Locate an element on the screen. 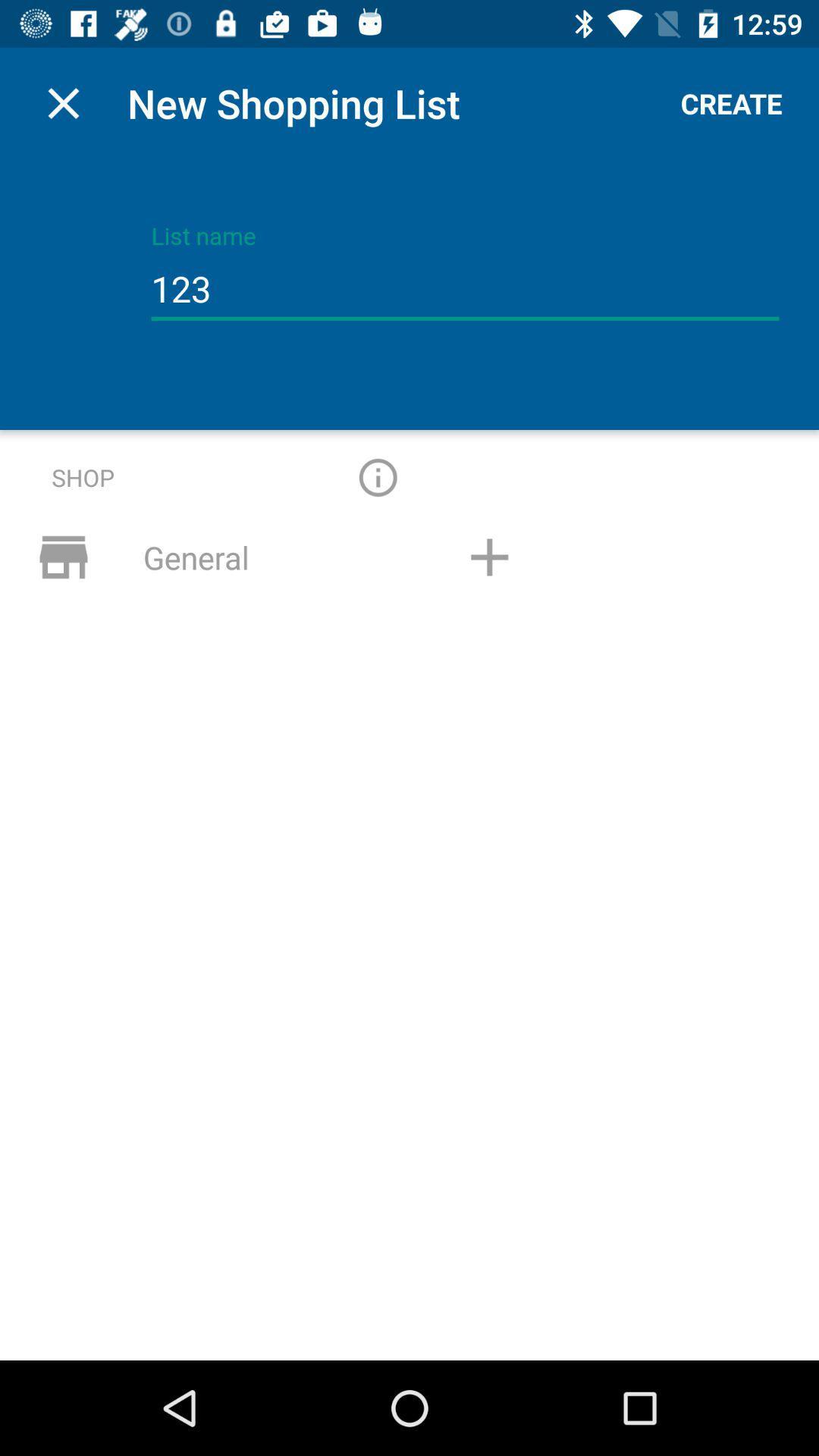 The width and height of the screenshot is (819, 1456). app is located at coordinates (63, 102).